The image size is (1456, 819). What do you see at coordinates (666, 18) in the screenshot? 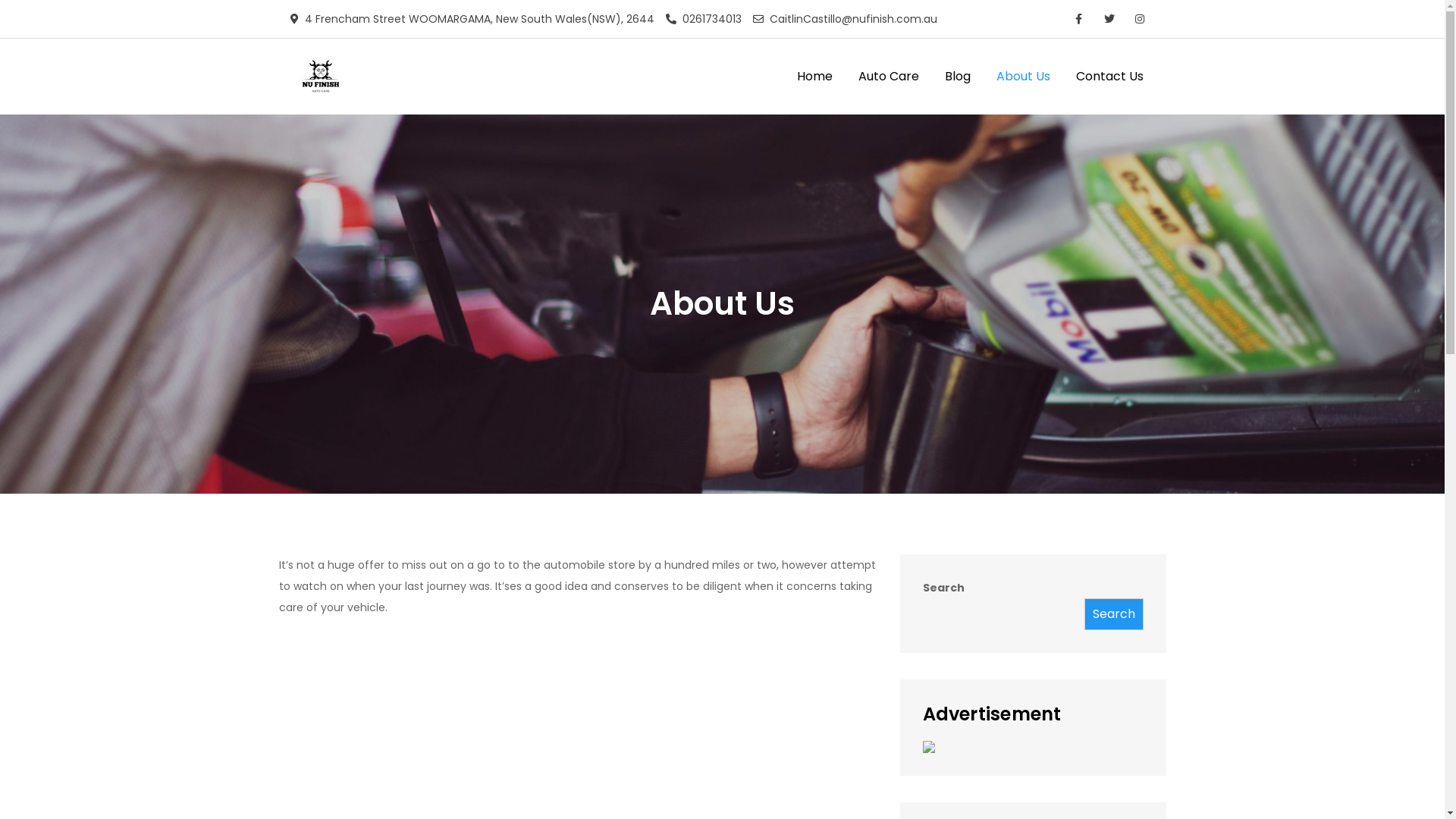
I see `'0261734013'` at bounding box center [666, 18].